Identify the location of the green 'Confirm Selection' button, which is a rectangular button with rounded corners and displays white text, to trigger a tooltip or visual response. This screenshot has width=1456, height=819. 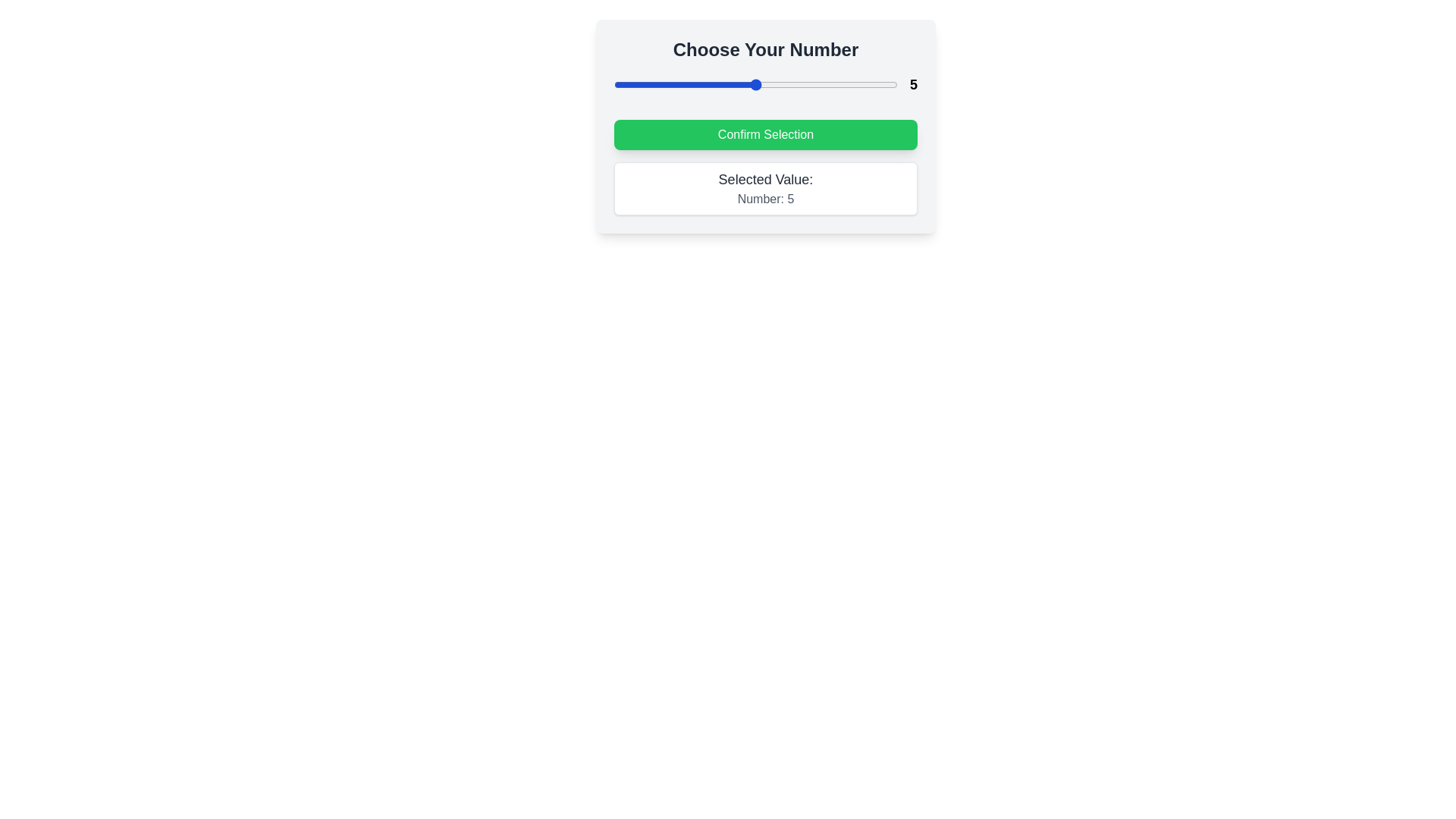
(765, 125).